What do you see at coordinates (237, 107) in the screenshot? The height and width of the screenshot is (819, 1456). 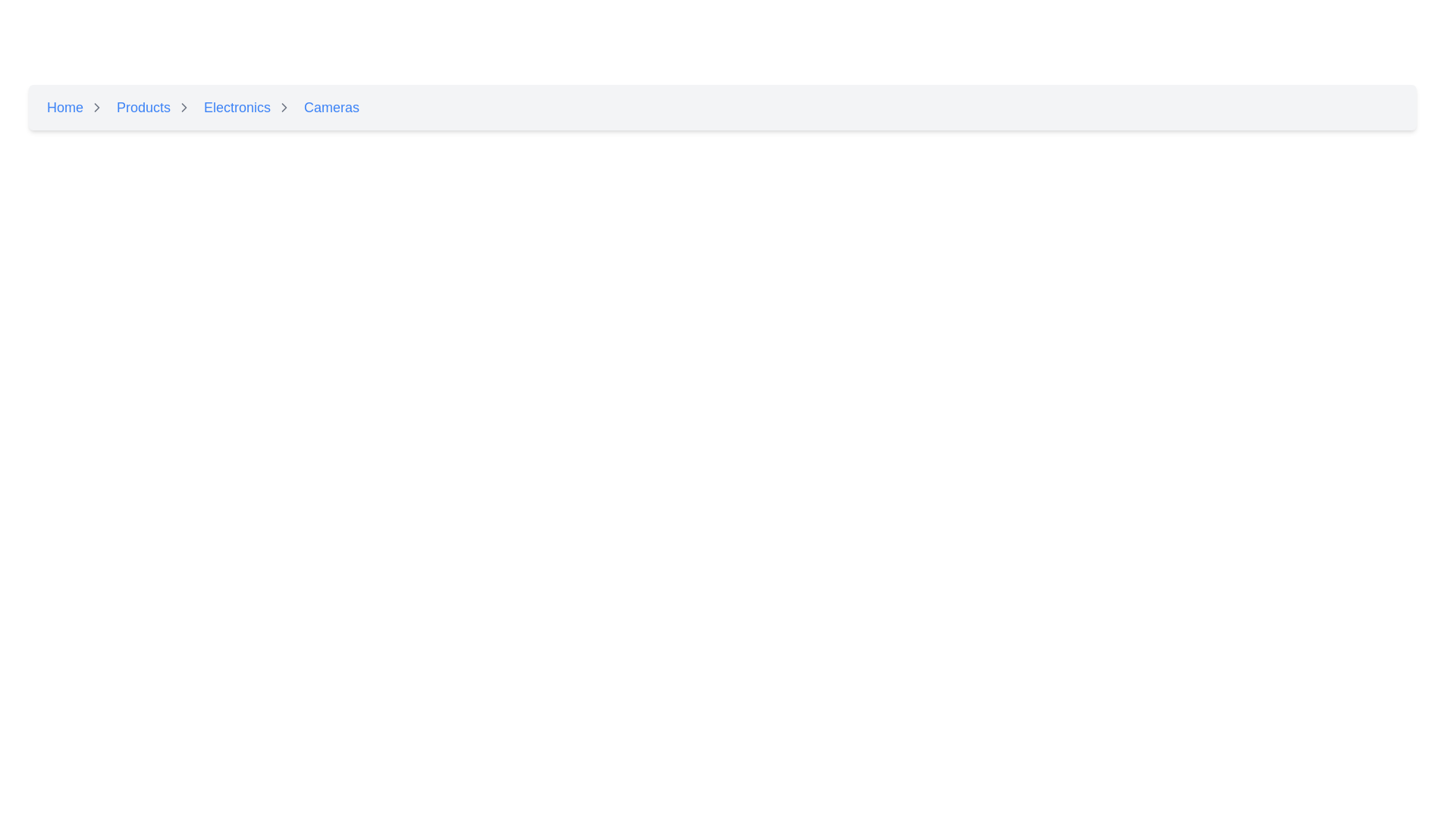 I see `the 'Electronics' hyperlink in the breadcrumb navigation bar` at bounding box center [237, 107].